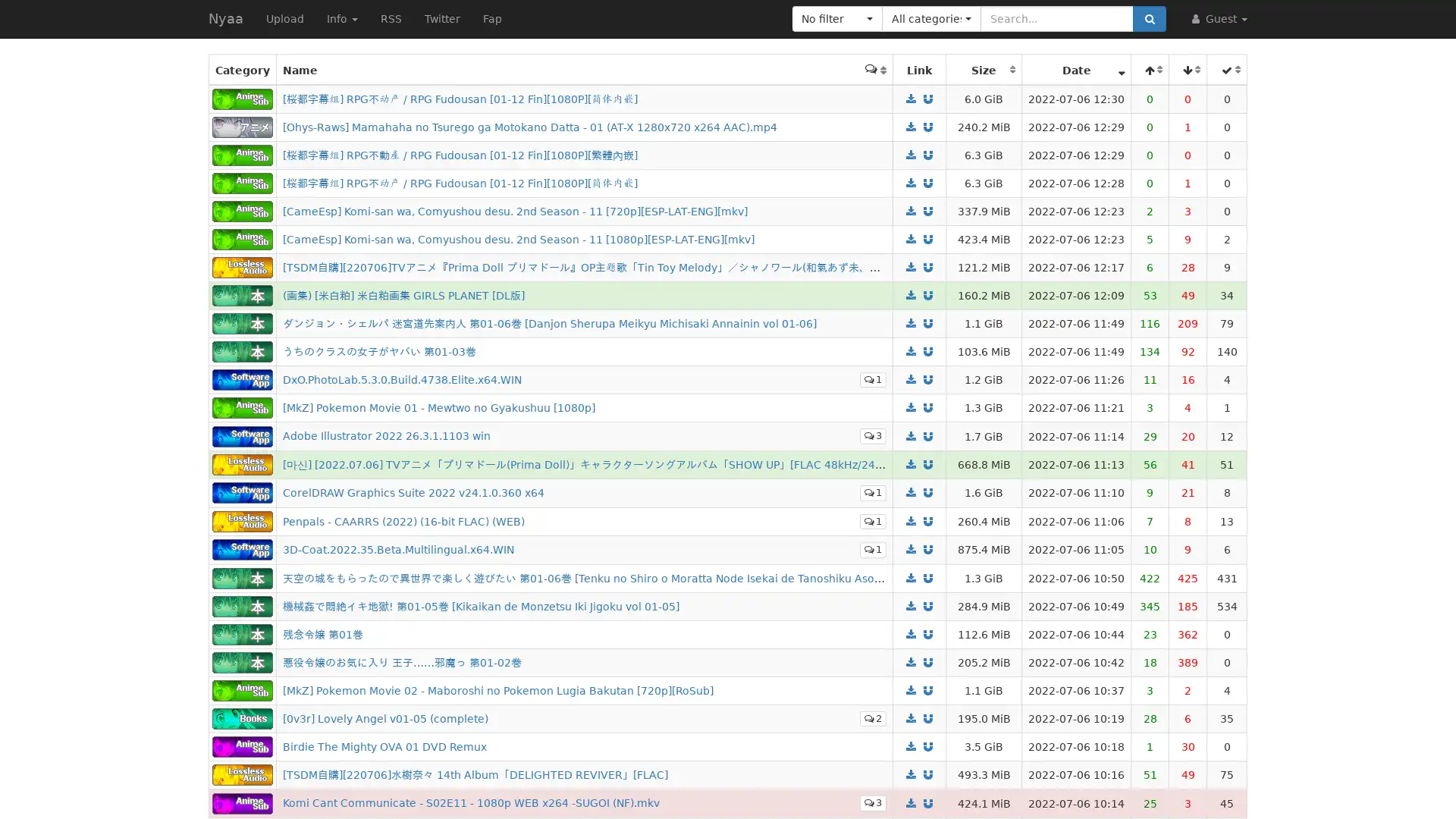  I want to click on No filter, so click(836, 18).